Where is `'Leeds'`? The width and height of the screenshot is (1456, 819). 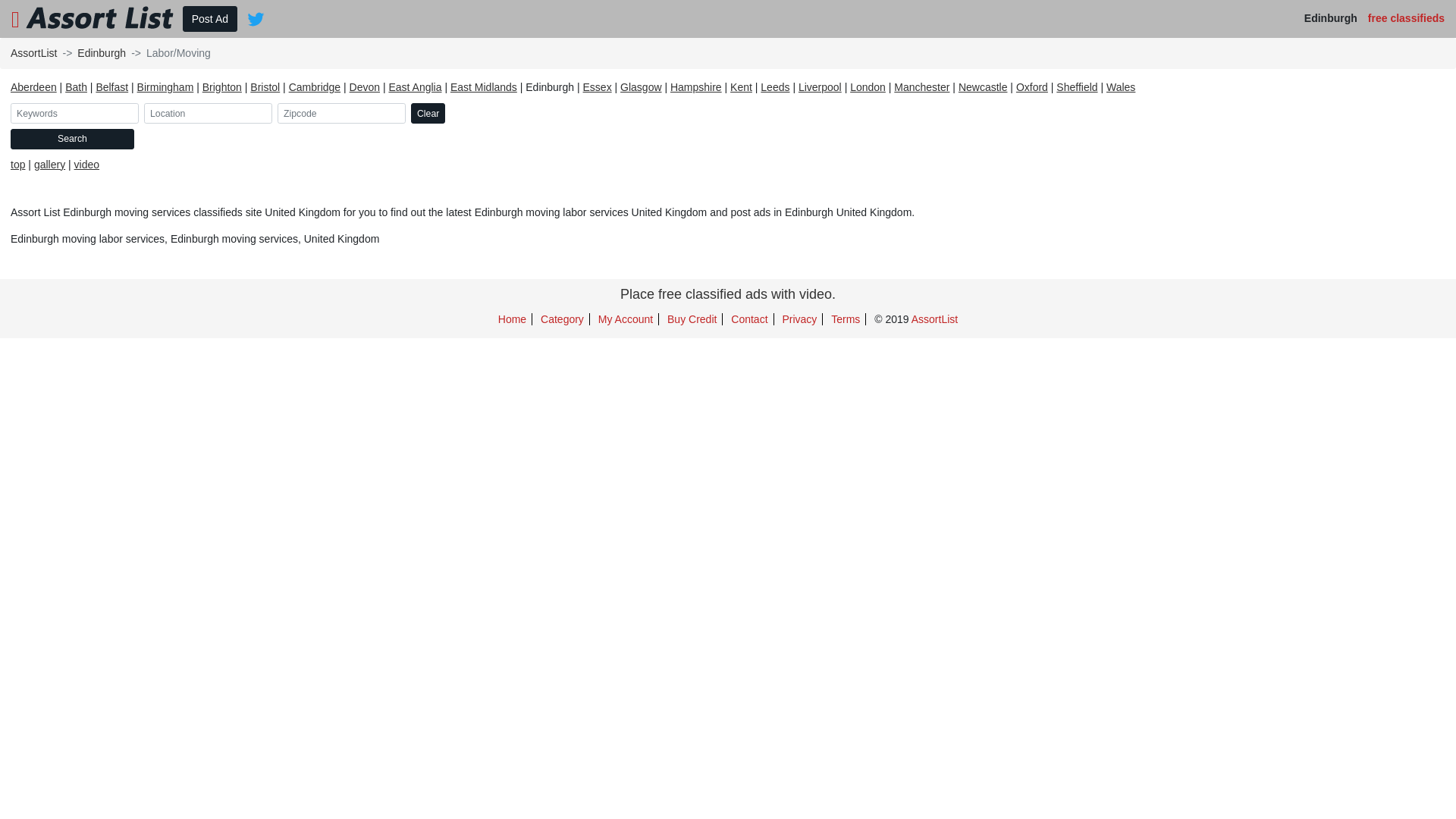 'Leeds' is located at coordinates (775, 87).